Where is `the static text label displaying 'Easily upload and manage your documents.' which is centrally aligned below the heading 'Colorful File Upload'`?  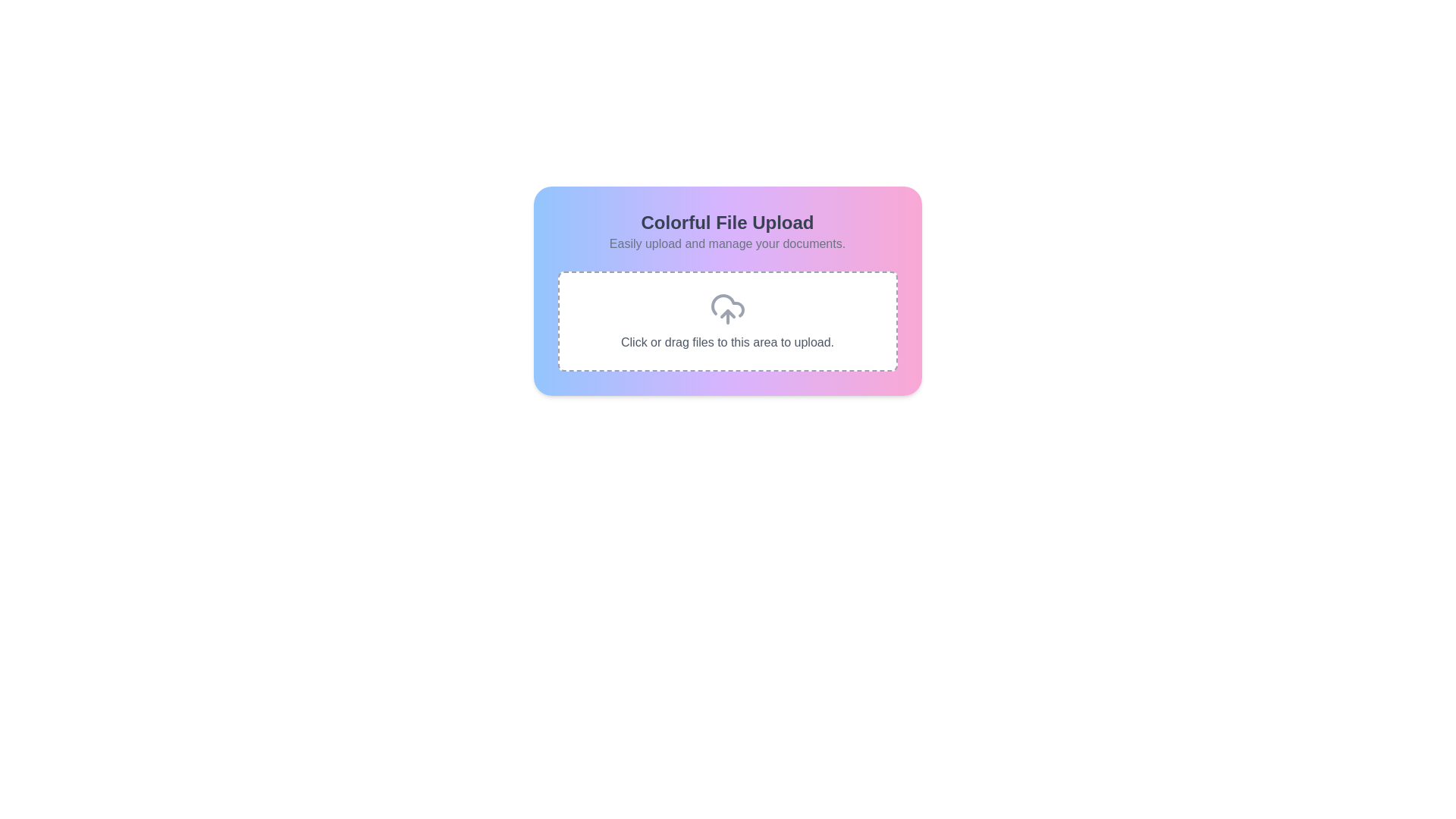 the static text label displaying 'Easily upload and manage your documents.' which is centrally aligned below the heading 'Colorful File Upload' is located at coordinates (726, 243).